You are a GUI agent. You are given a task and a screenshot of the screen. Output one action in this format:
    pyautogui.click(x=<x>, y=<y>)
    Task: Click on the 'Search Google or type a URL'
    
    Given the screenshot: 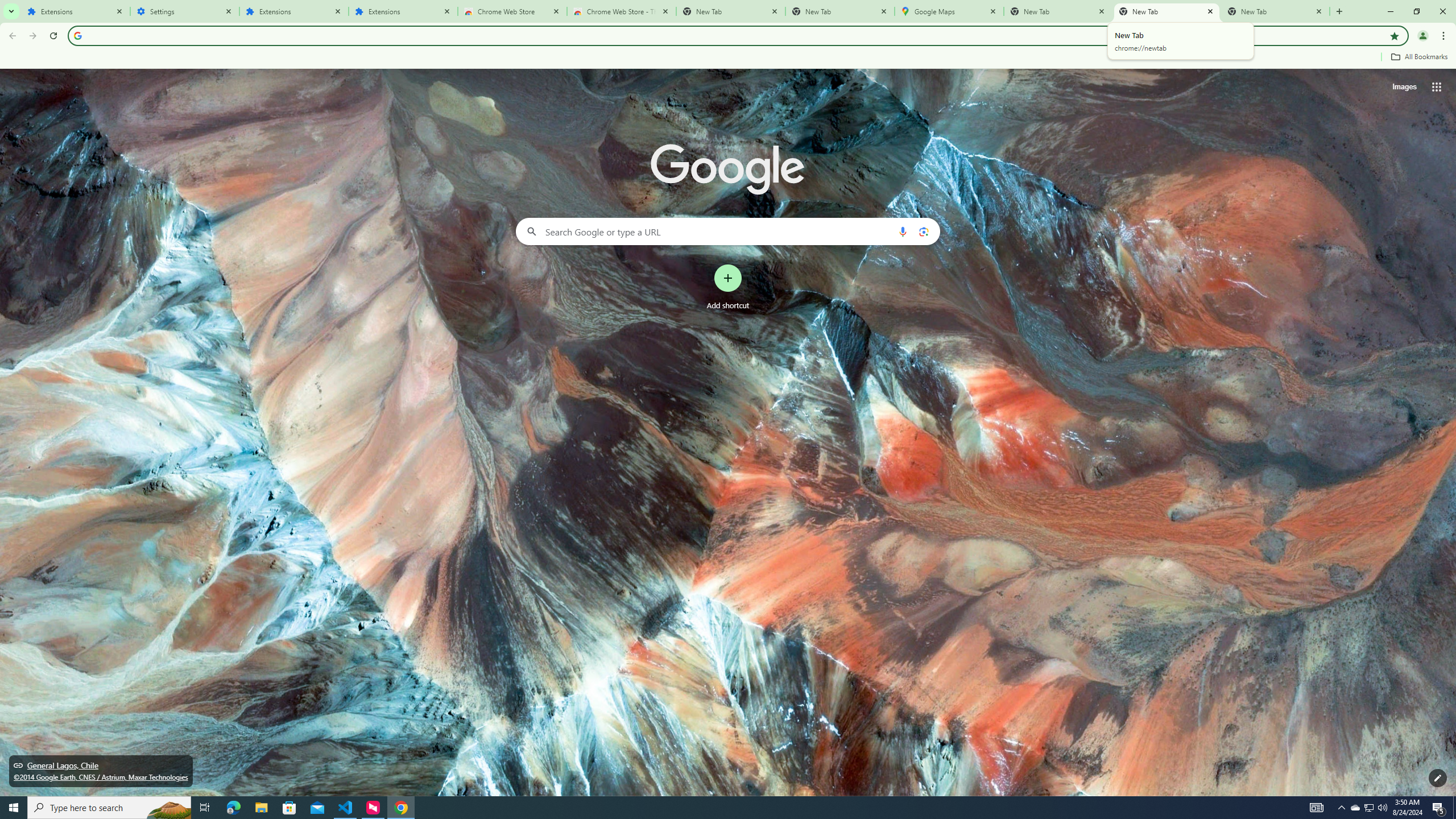 What is the action you would take?
    pyautogui.click(x=728, y=230)
    